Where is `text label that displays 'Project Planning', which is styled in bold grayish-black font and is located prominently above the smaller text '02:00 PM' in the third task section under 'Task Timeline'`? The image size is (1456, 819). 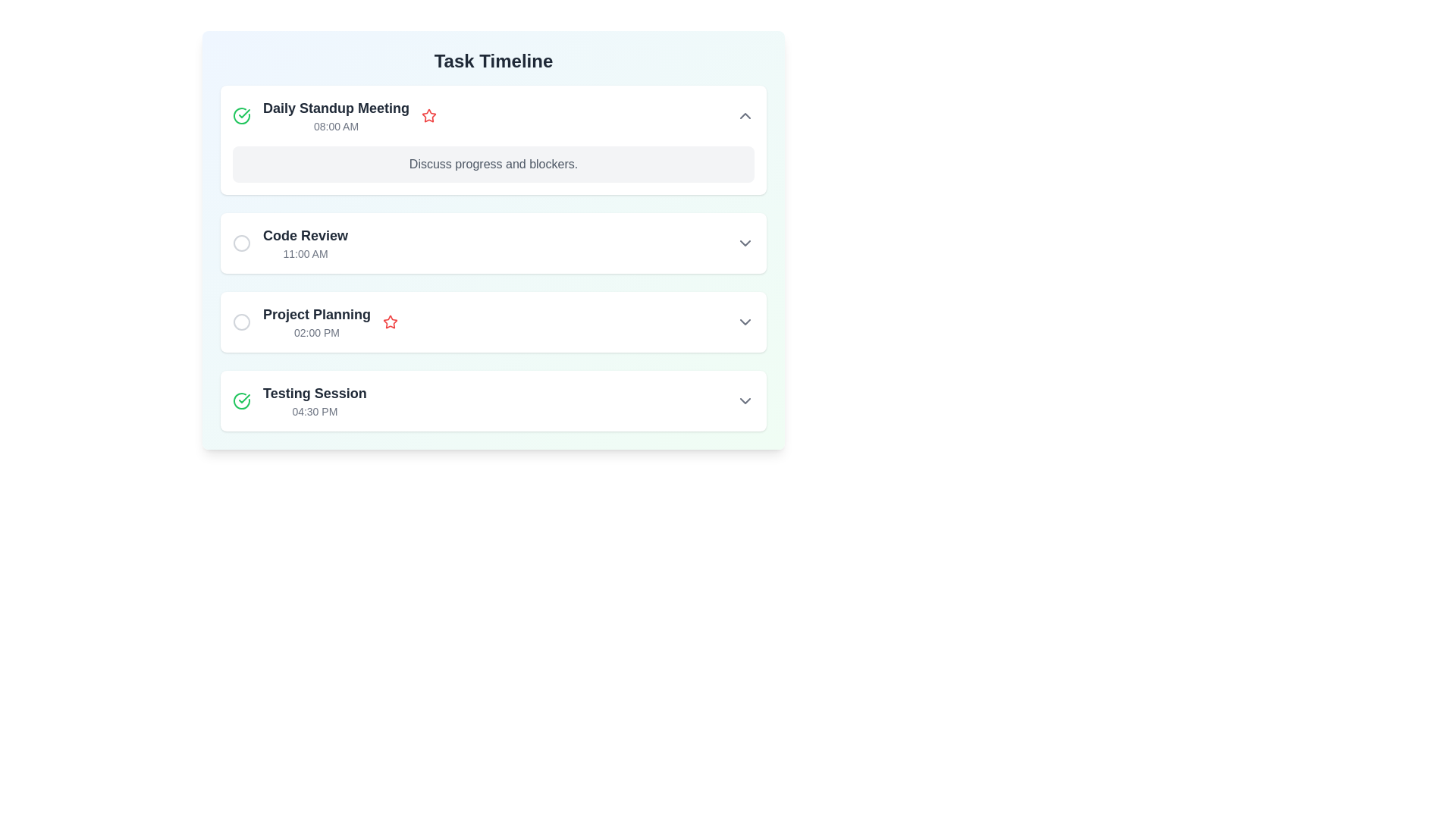
text label that displays 'Project Planning', which is styled in bold grayish-black font and is located prominently above the smaller text '02:00 PM' in the third task section under 'Task Timeline' is located at coordinates (315, 314).